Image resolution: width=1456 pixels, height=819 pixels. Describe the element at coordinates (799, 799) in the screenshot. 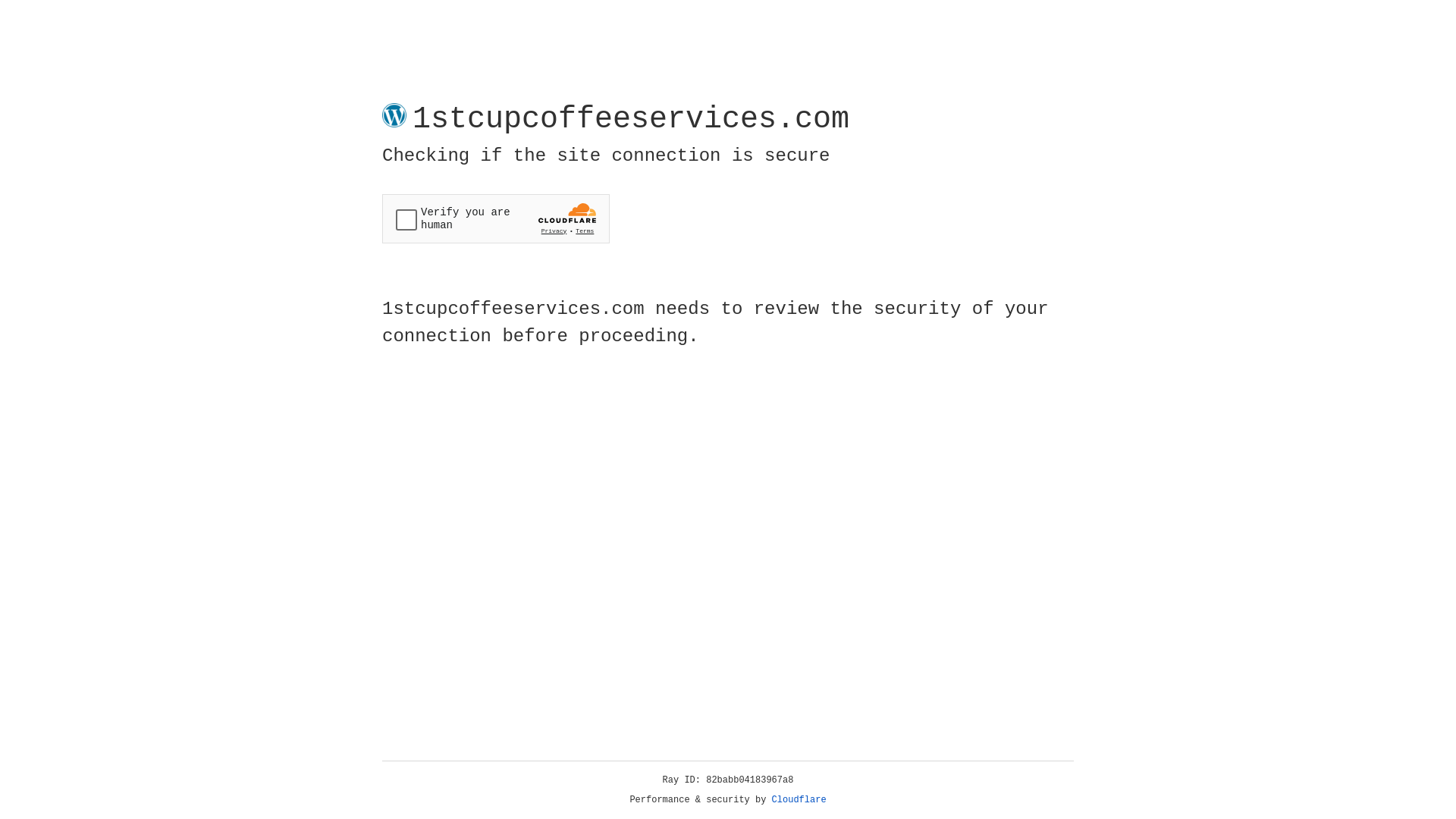

I see `'Cloudflare'` at that location.